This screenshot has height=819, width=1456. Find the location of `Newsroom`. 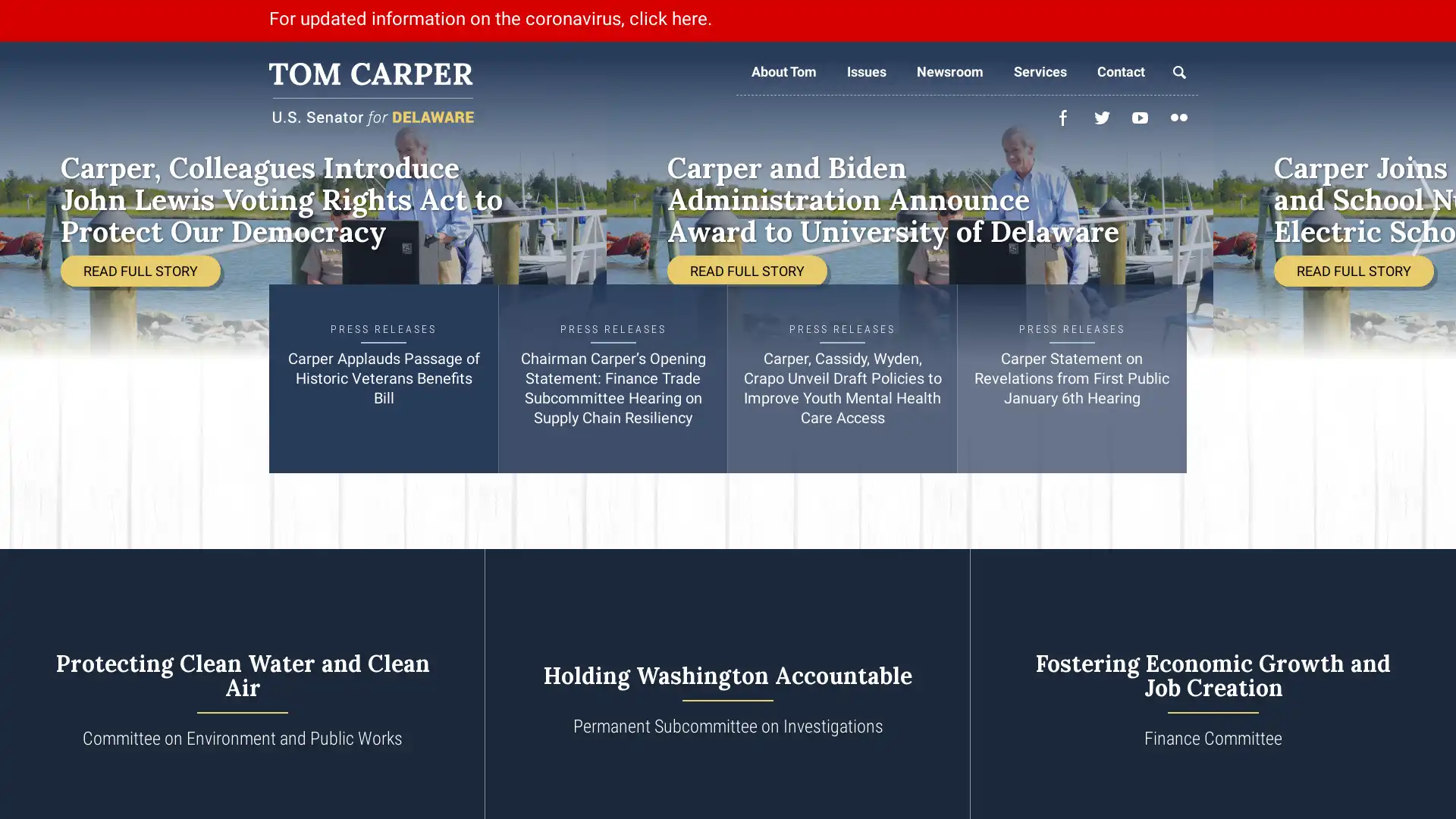

Newsroom is located at coordinates (949, 72).